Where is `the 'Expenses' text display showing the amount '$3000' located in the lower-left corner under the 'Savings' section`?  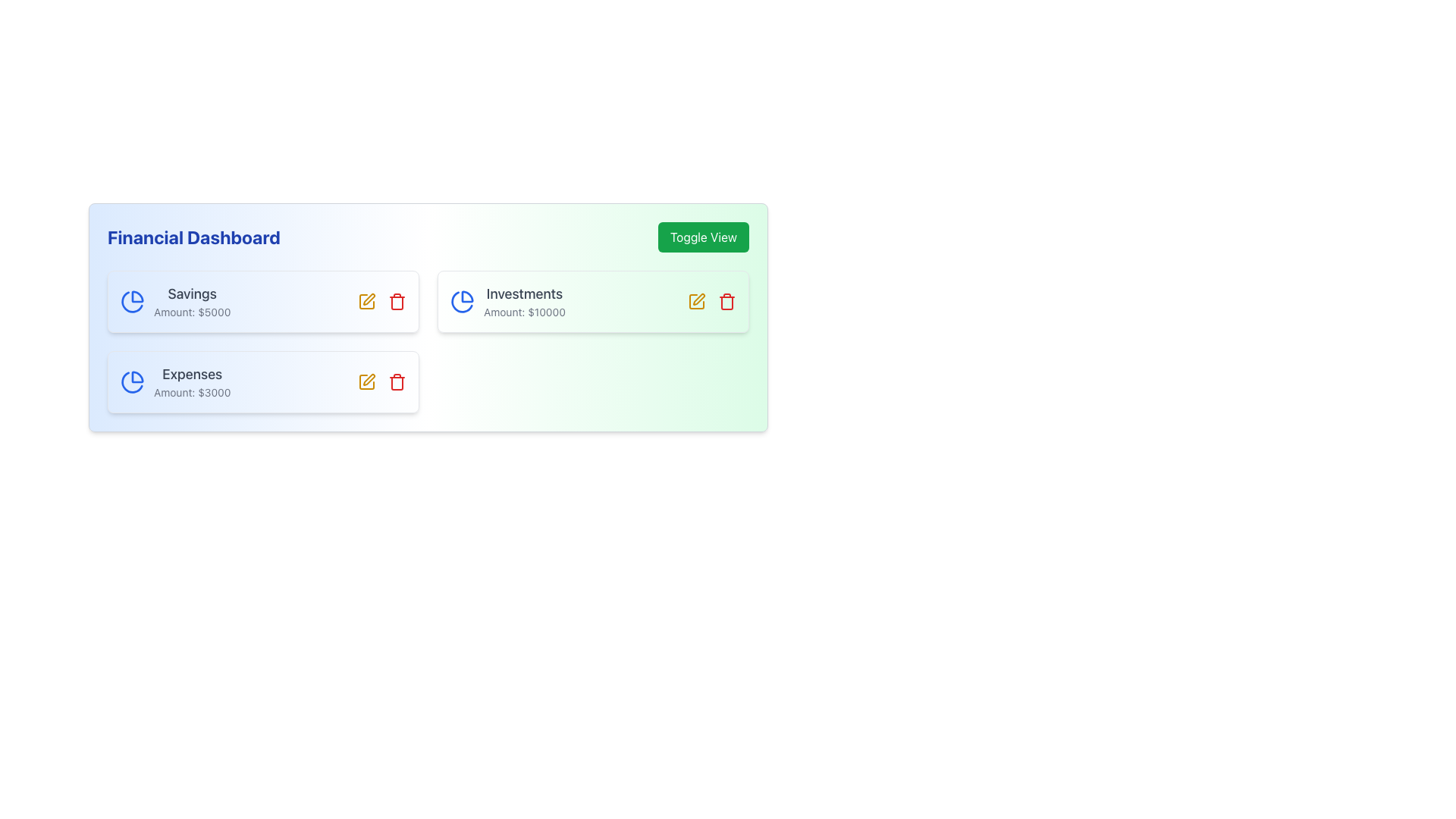
the 'Expenses' text display showing the amount '$3000' located in the lower-left corner under the 'Savings' section is located at coordinates (191, 381).